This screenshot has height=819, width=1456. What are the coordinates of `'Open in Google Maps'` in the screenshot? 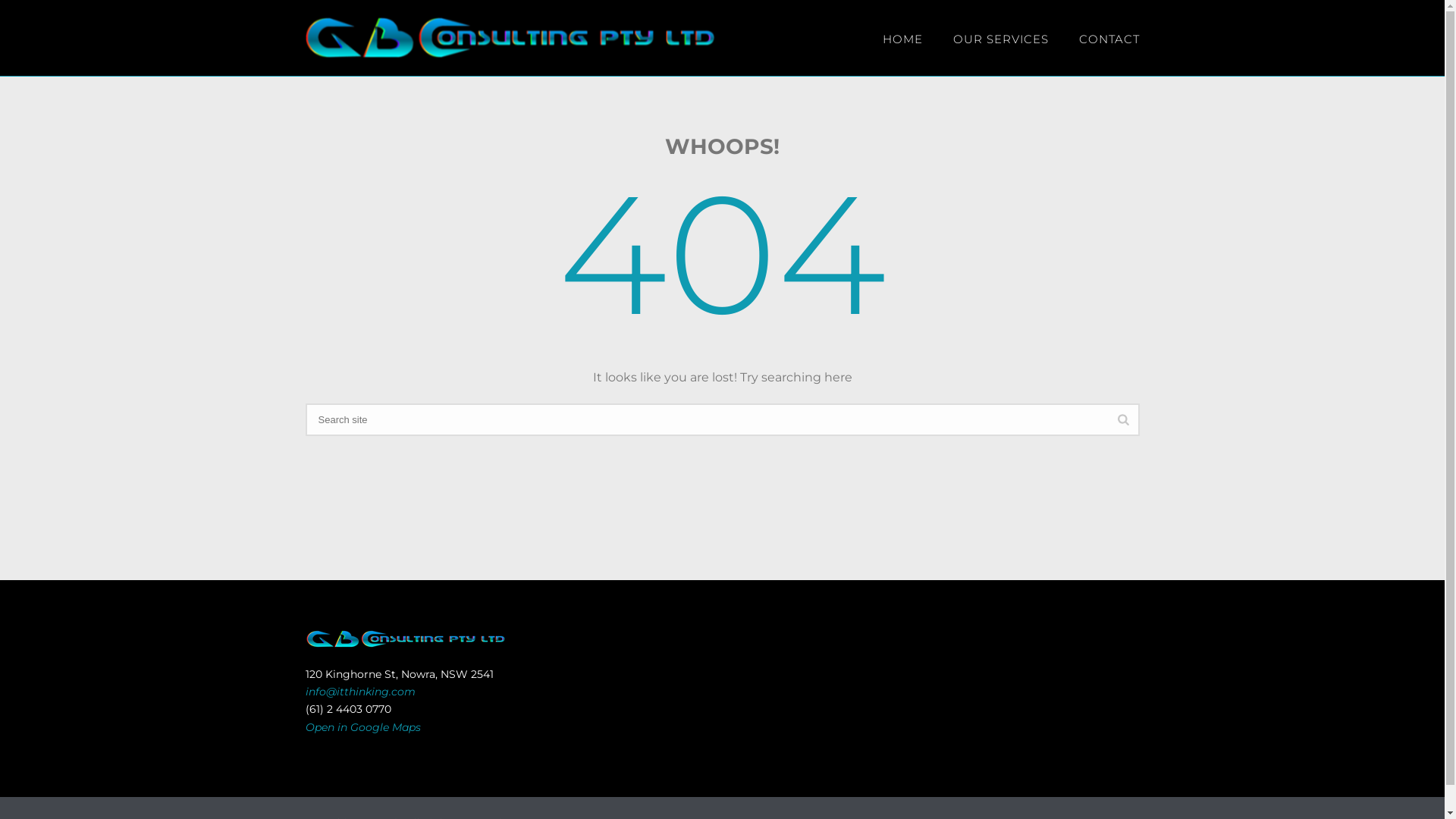 It's located at (362, 726).